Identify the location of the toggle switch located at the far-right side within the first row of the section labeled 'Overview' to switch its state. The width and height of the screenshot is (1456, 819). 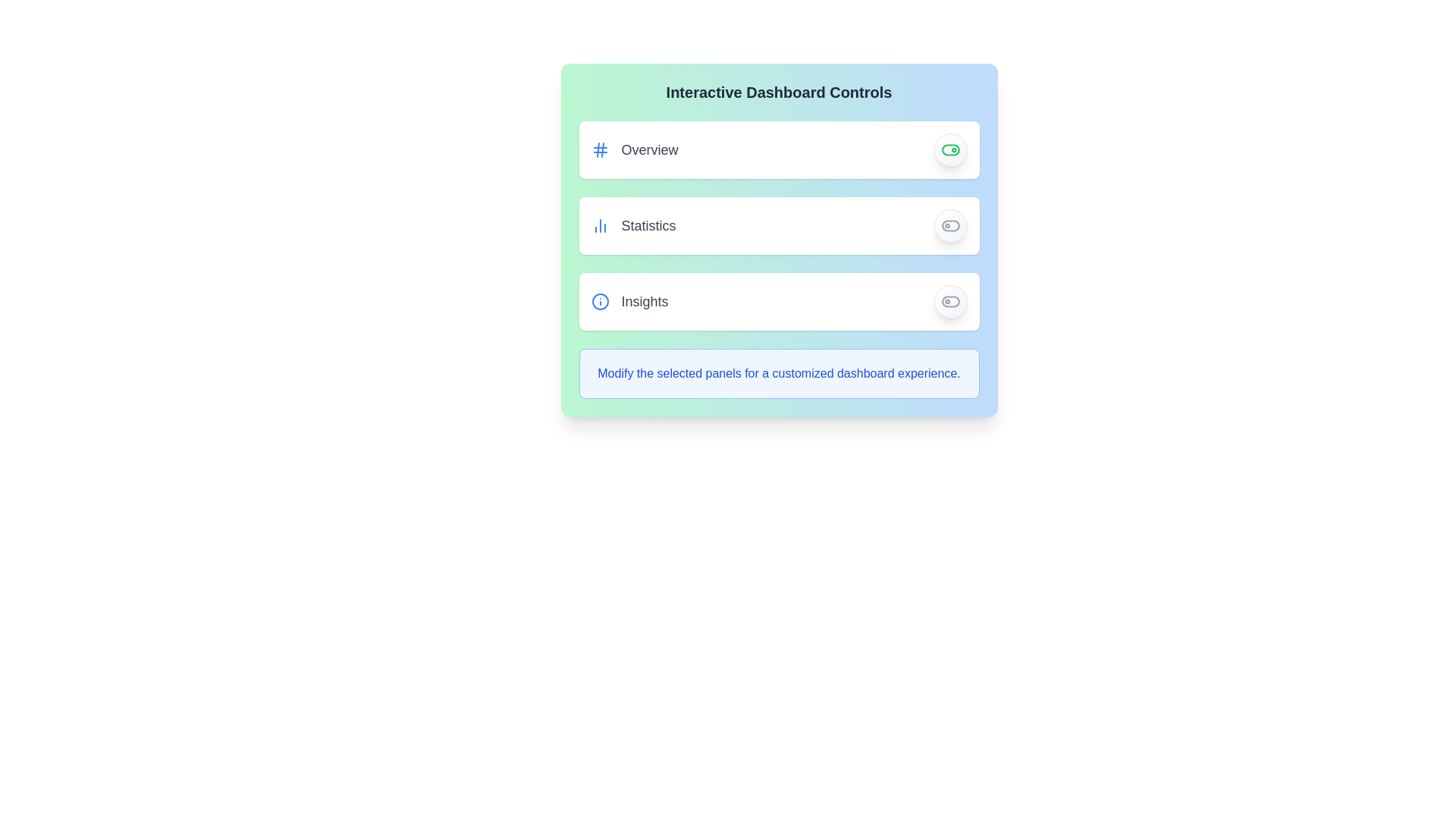
(949, 149).